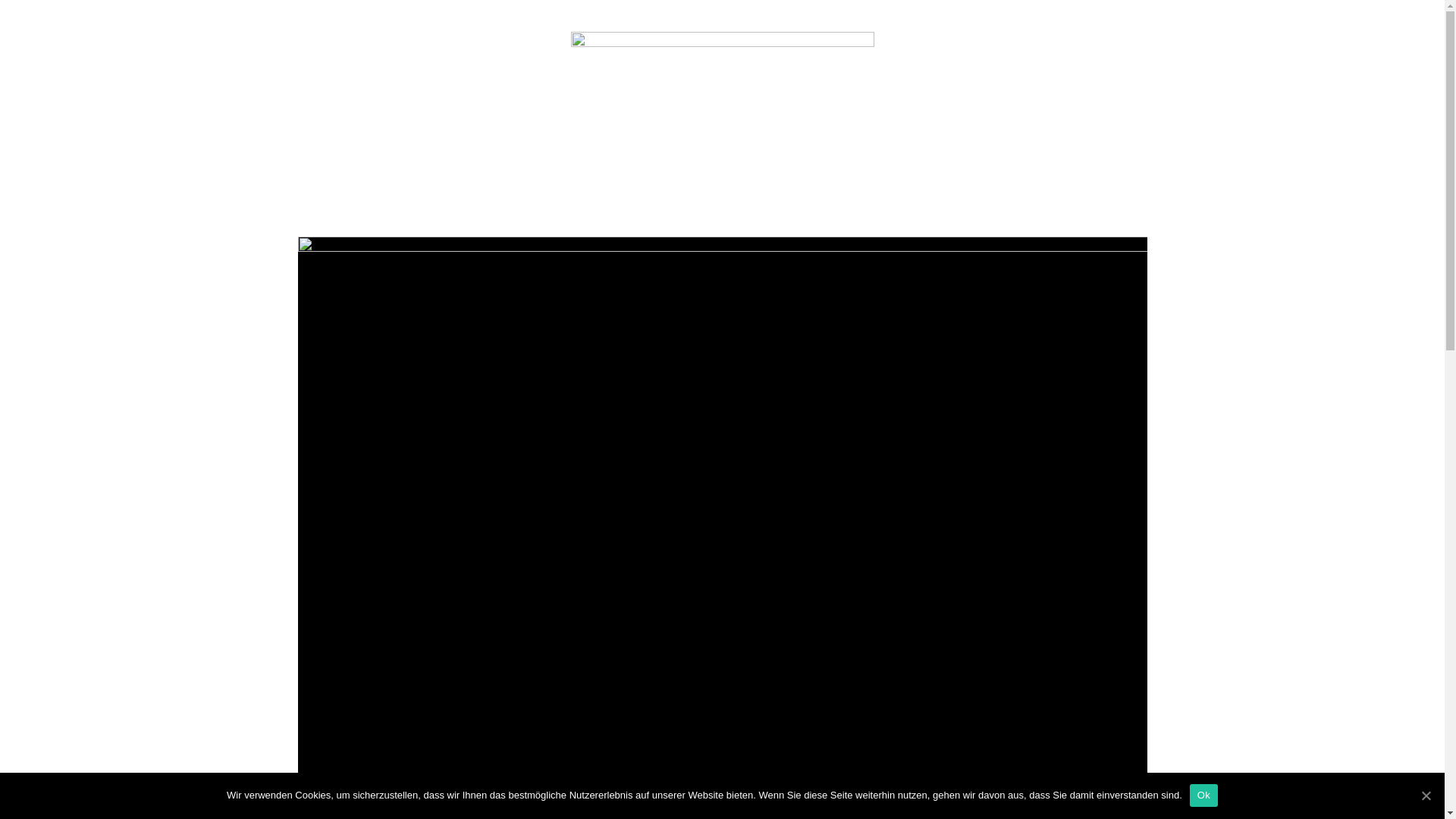 The height and width of the screenshot is (819, 1456). I want to click on 'Ok', so click(1203, 795).